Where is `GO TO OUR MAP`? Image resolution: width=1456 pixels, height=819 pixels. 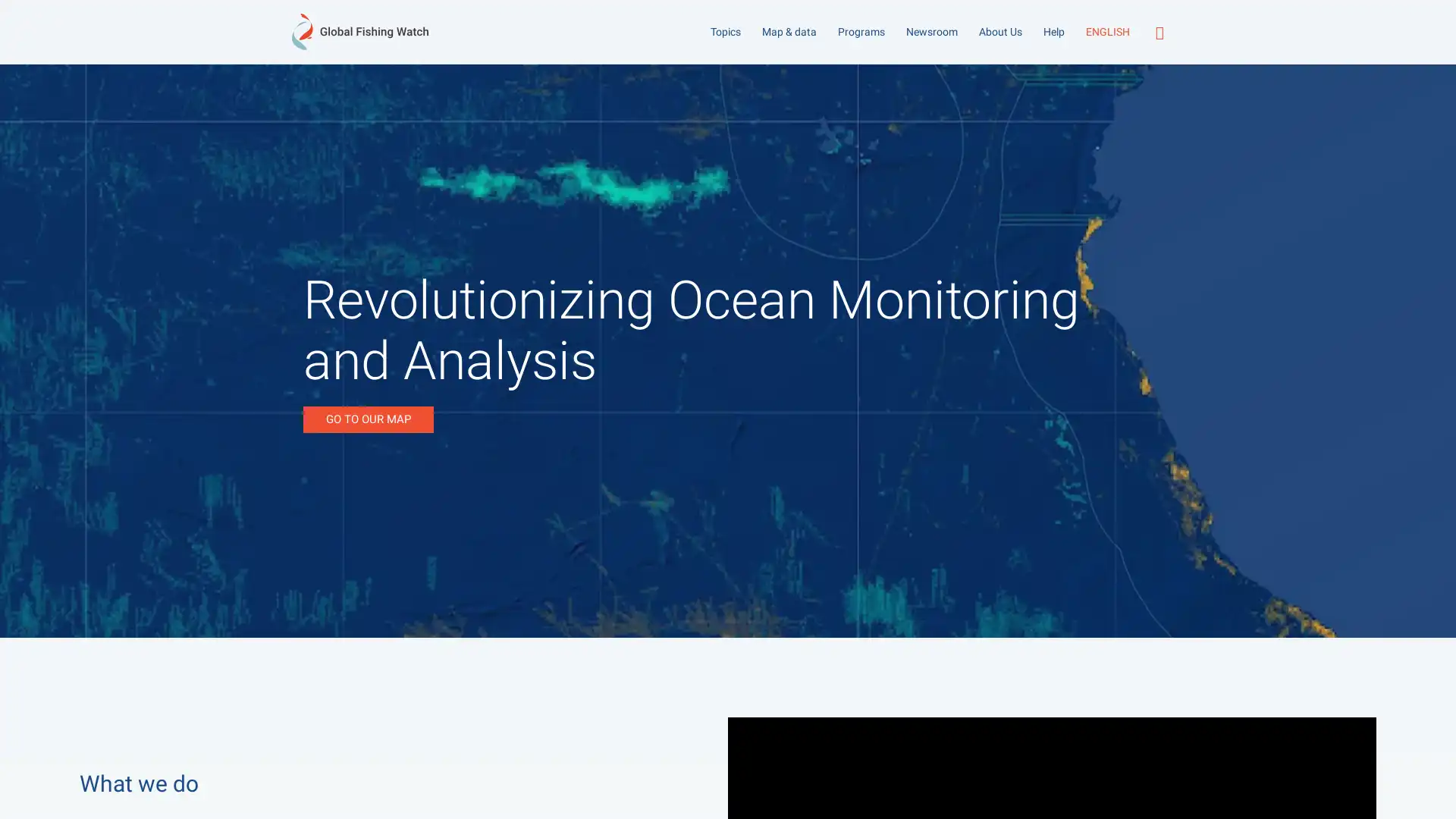 GO TO OUR MAP is located at coordinates (368, 419).